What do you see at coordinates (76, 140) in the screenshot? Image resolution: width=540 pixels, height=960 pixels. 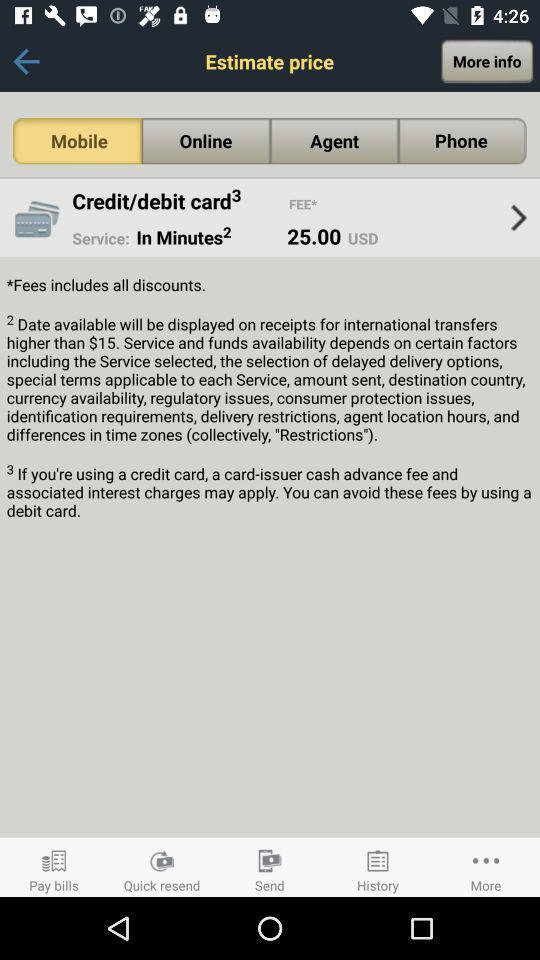 I see `item above the credit/debit card3 app` at bounding box center [76, 140].